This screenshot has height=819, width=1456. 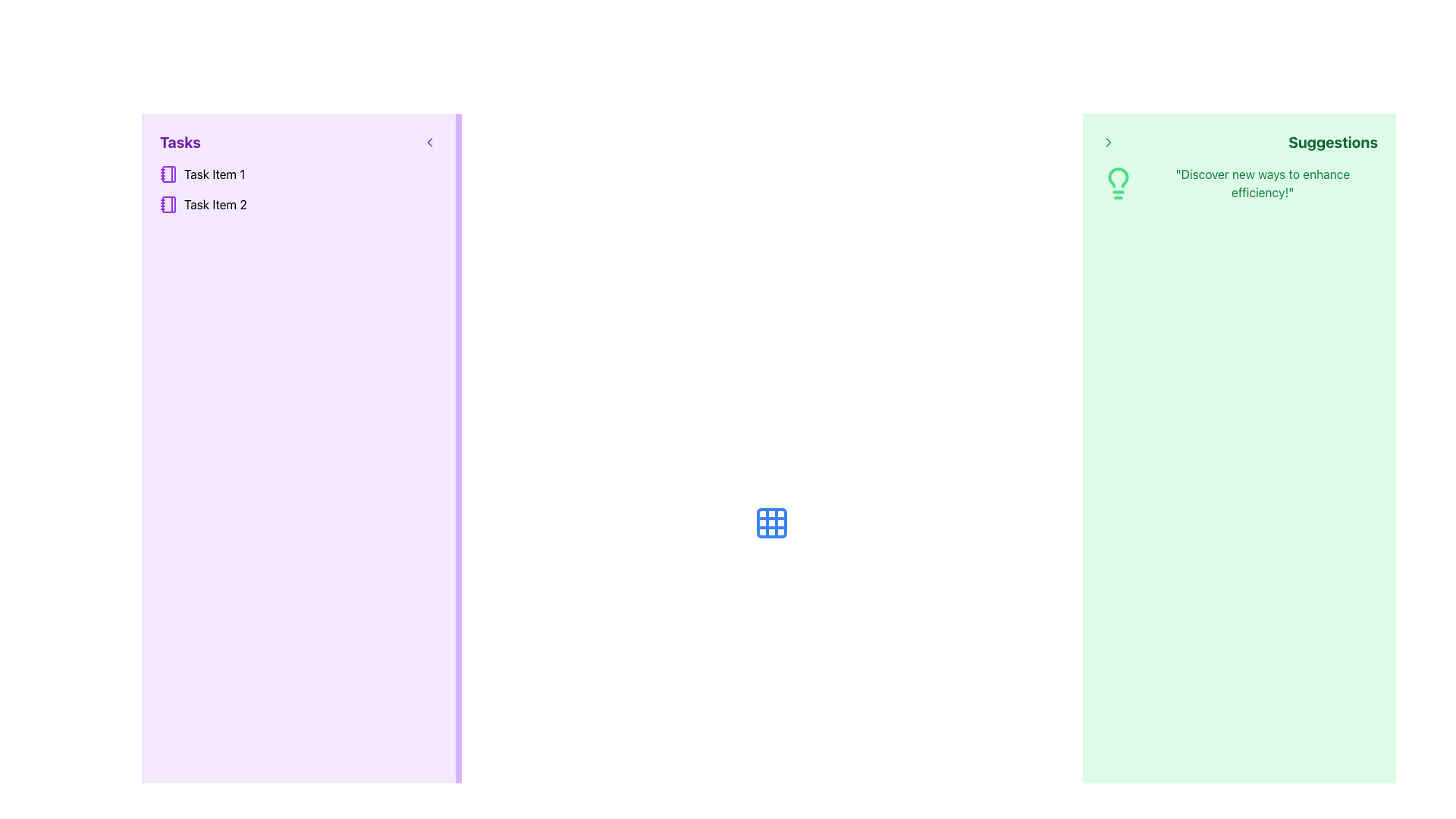 What do you see at coordinates (1118, 183) in the screenshot?
I see `the green lightbulb icon located in the suggestions section to interact with the suggestions category` at bounding box center [1118, 183].